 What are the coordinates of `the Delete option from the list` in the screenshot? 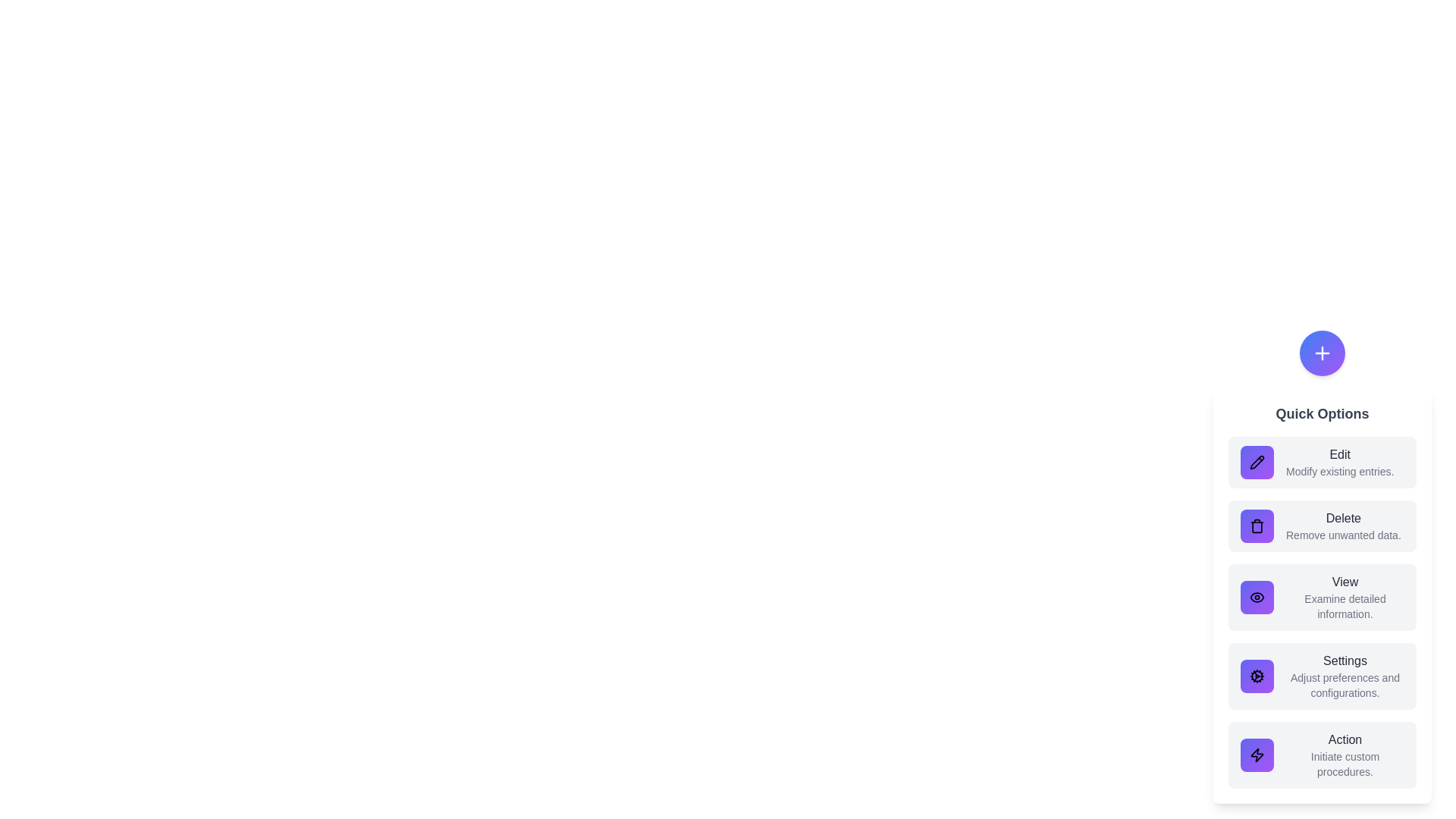 It's located at (1321, 526).